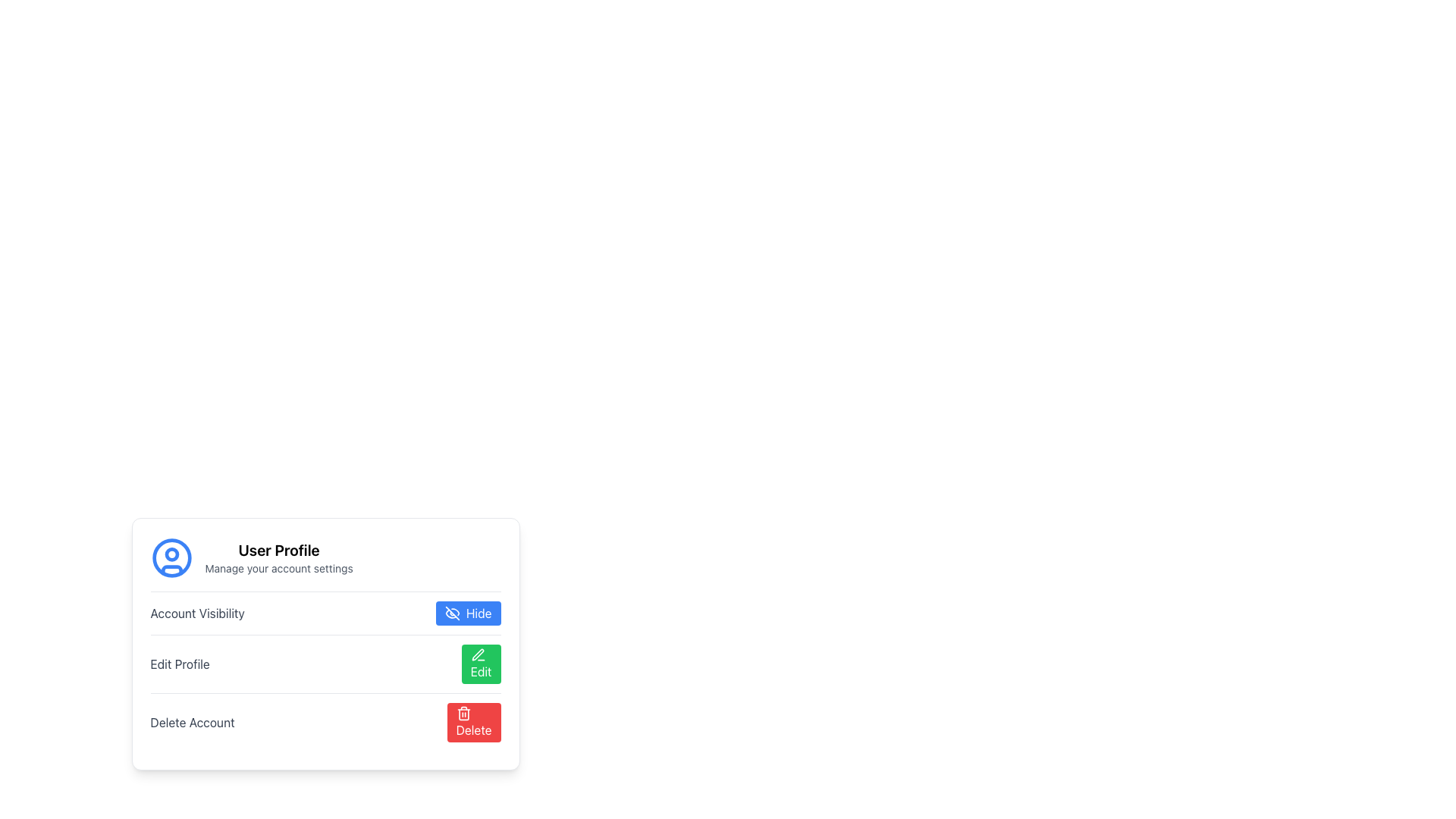  What do you see at coordinates (451, 613) in the screenshot?
I see `the 'Hide' SVG Icon` at bounding box center [451, 613].